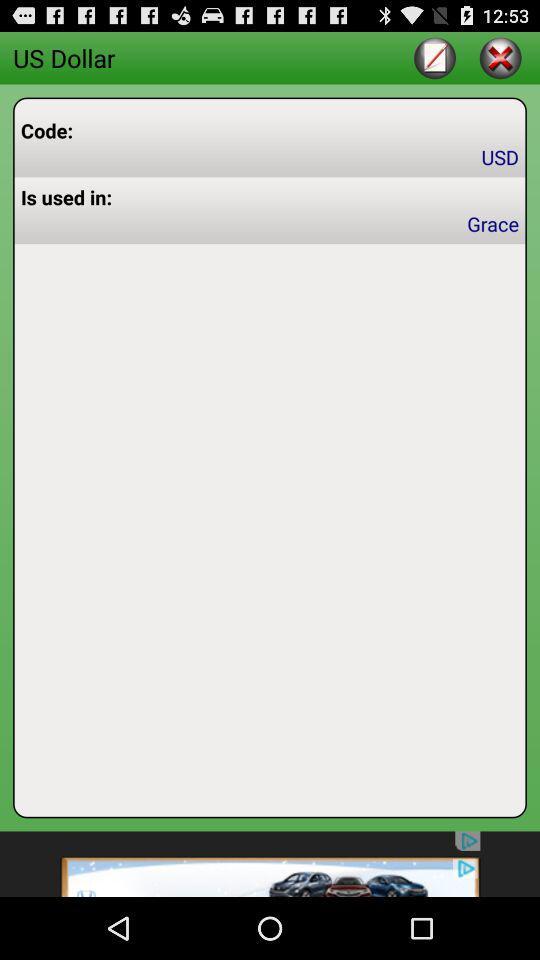 This screenshot has width=540, height=960. Describe the element at coordinates (270, 863) in the screenshot. I see `open advertisement` at that location.